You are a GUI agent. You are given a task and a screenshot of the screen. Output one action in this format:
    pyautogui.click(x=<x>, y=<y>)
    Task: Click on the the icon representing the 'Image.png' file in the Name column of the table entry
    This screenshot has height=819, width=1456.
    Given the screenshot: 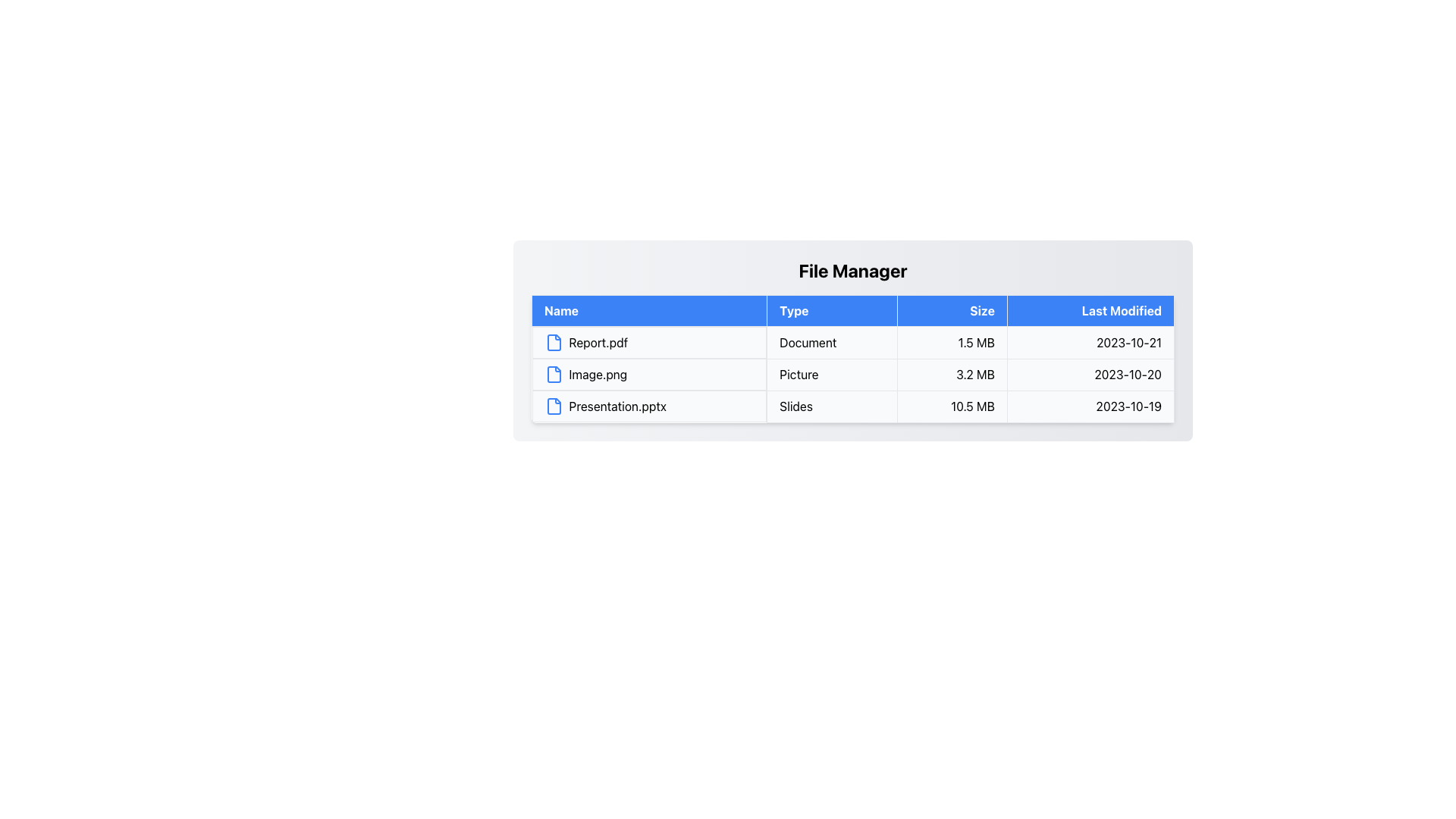 What is the action you would take?
    pyautogui.click(x=553, y=374)
    